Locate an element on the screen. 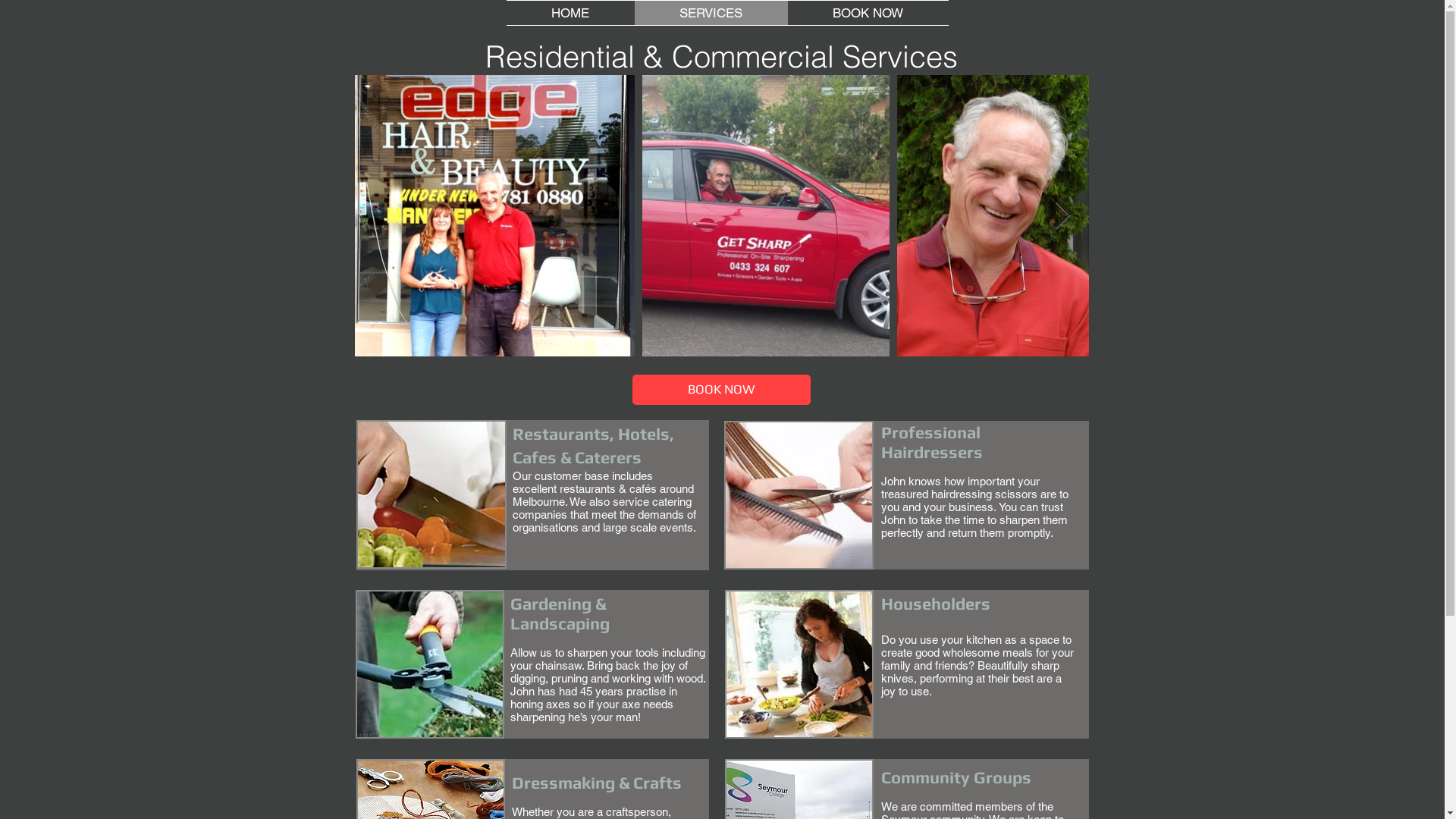  'HOME' is located at coordinates (570, 12).